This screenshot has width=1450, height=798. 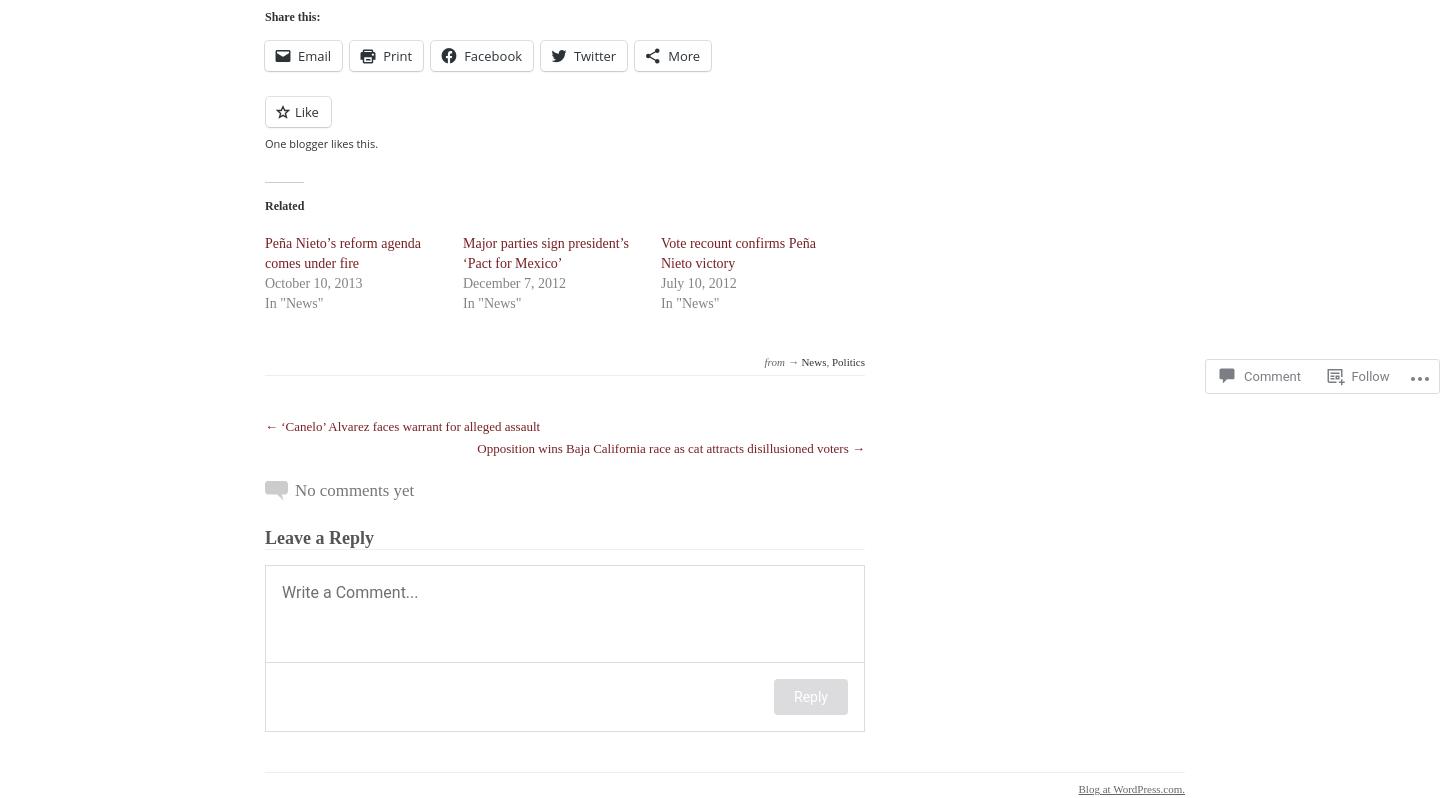 What do you see at coordinates (463, 56) in the screenshot?
I see `'Facebook'` at bounding box center [463, 56].